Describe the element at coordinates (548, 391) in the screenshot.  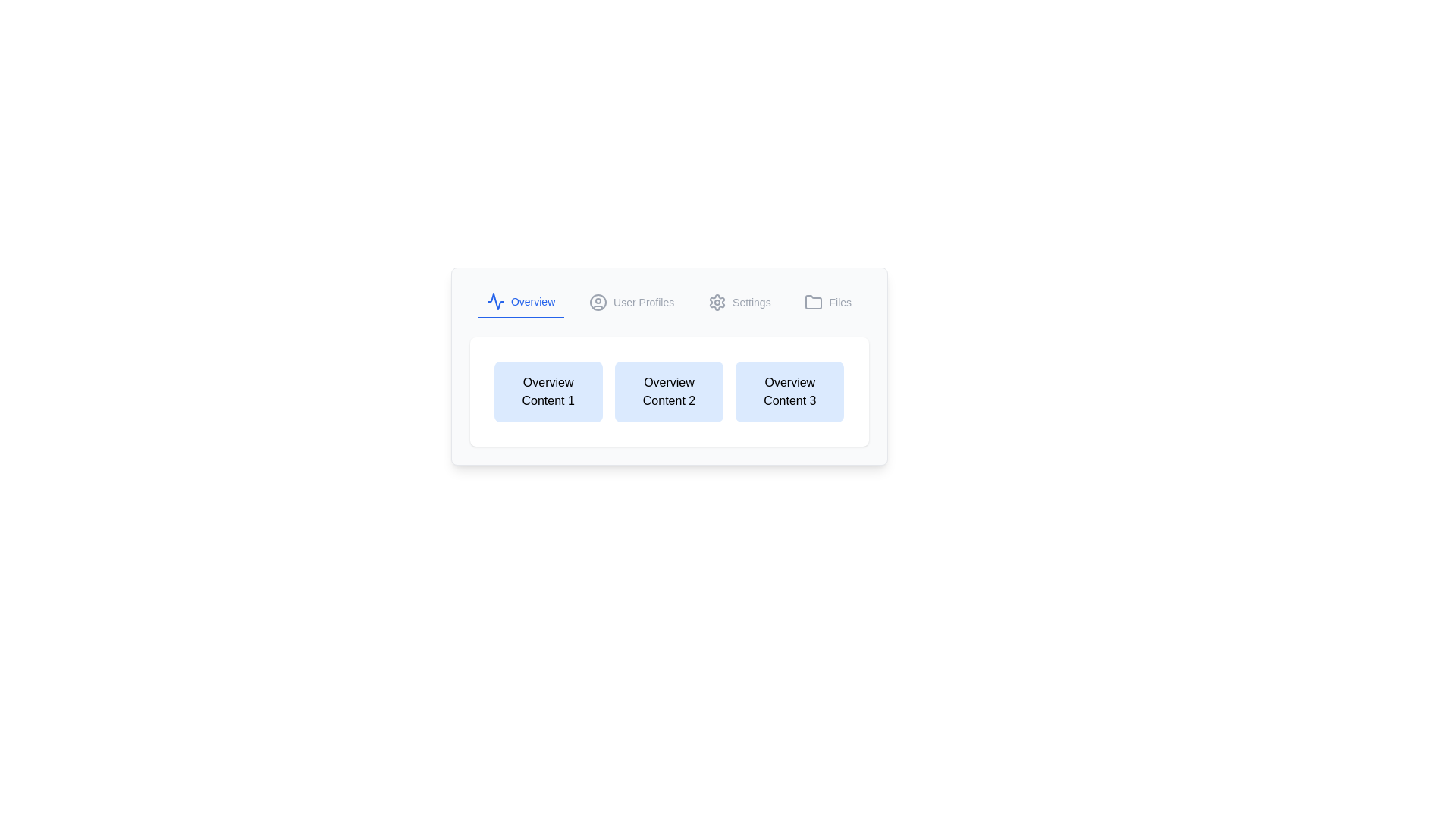
I see `the Informational tile labeled 'Overview Content 1' with a light blue background and rounded corners located in the top-left corner of the three-column grid` at that location.